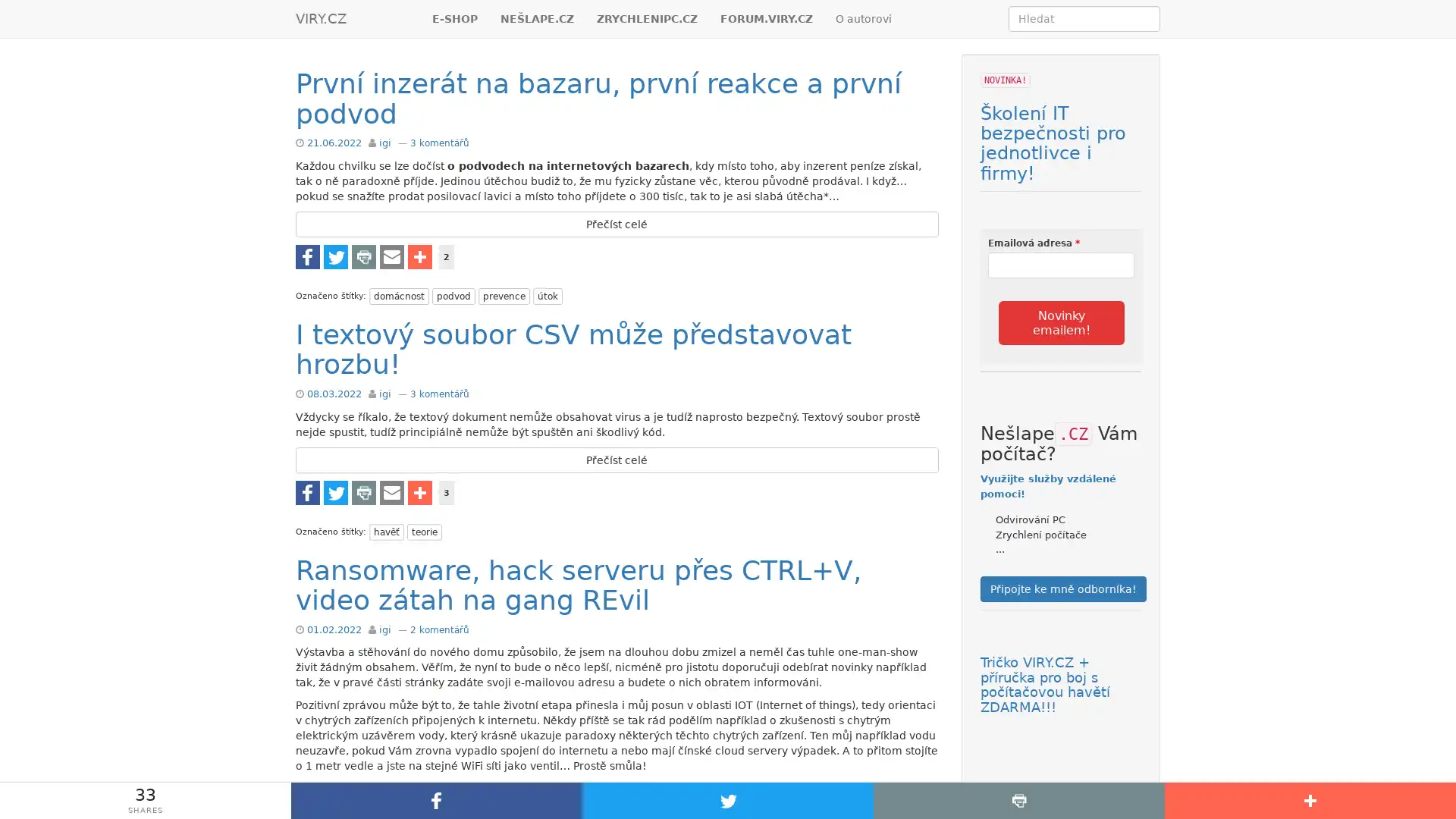 The height and width of the screenshot is (819, 1456). I want to click on Pripojte ke mne odbornika!, so click(1062, 587).